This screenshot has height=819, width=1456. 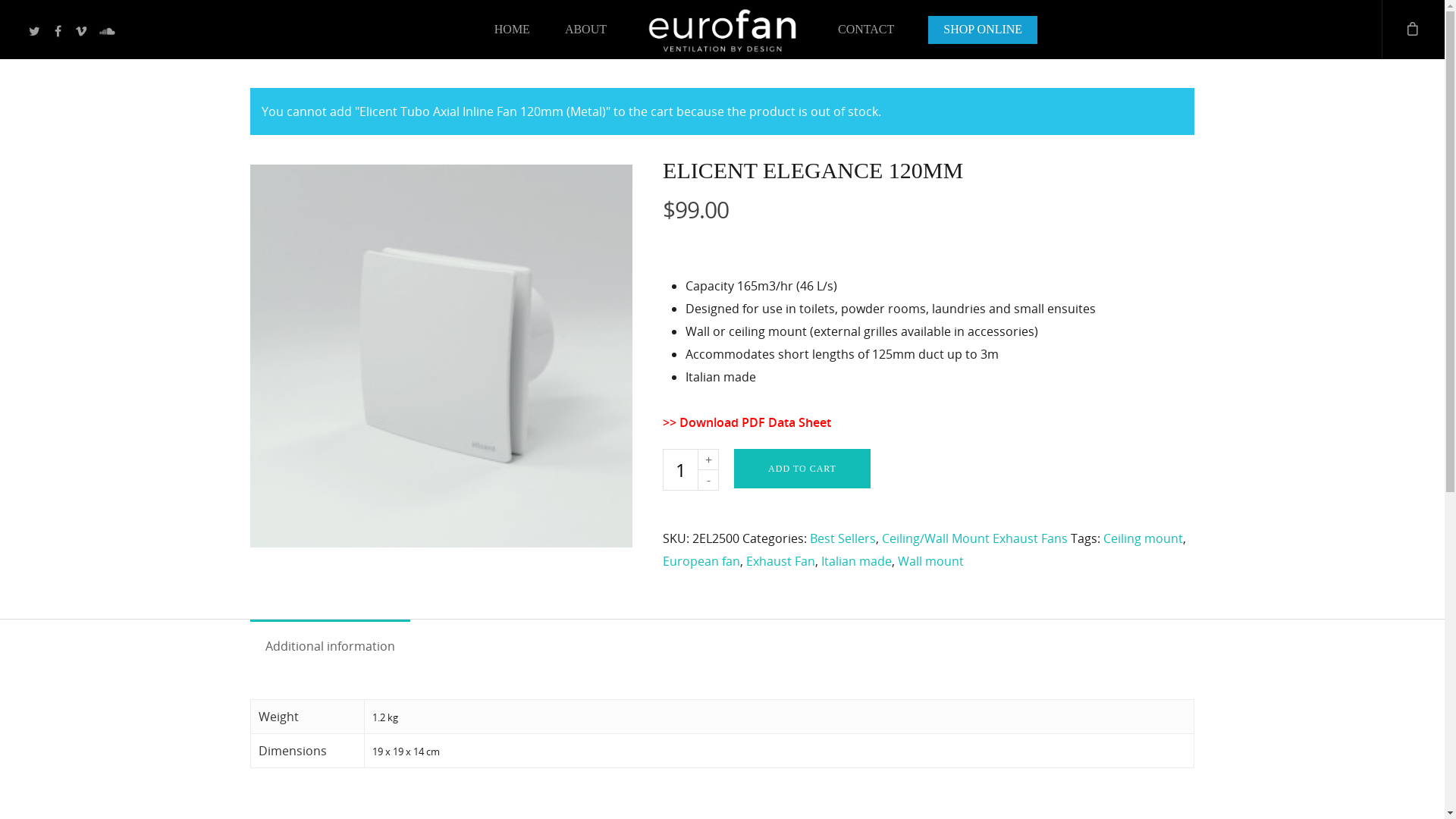 I want to click on 'Exhaust Fan', so click(x=780, y=561).